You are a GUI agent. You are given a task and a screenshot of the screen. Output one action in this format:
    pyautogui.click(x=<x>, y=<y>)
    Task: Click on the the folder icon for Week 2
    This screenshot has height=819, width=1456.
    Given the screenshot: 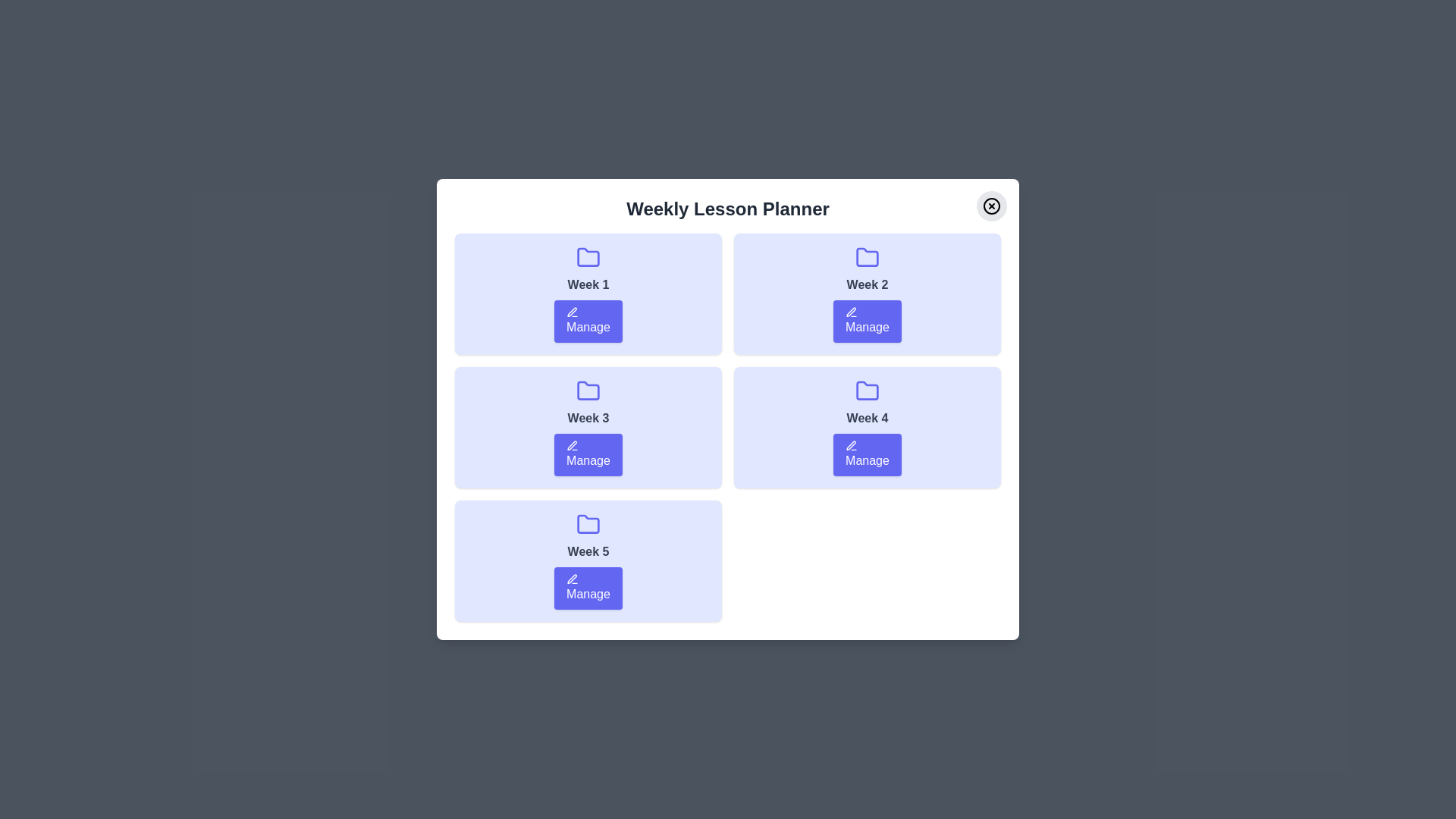 What is the action you would take?
    pyautogui.click(x=867, y=256)
    